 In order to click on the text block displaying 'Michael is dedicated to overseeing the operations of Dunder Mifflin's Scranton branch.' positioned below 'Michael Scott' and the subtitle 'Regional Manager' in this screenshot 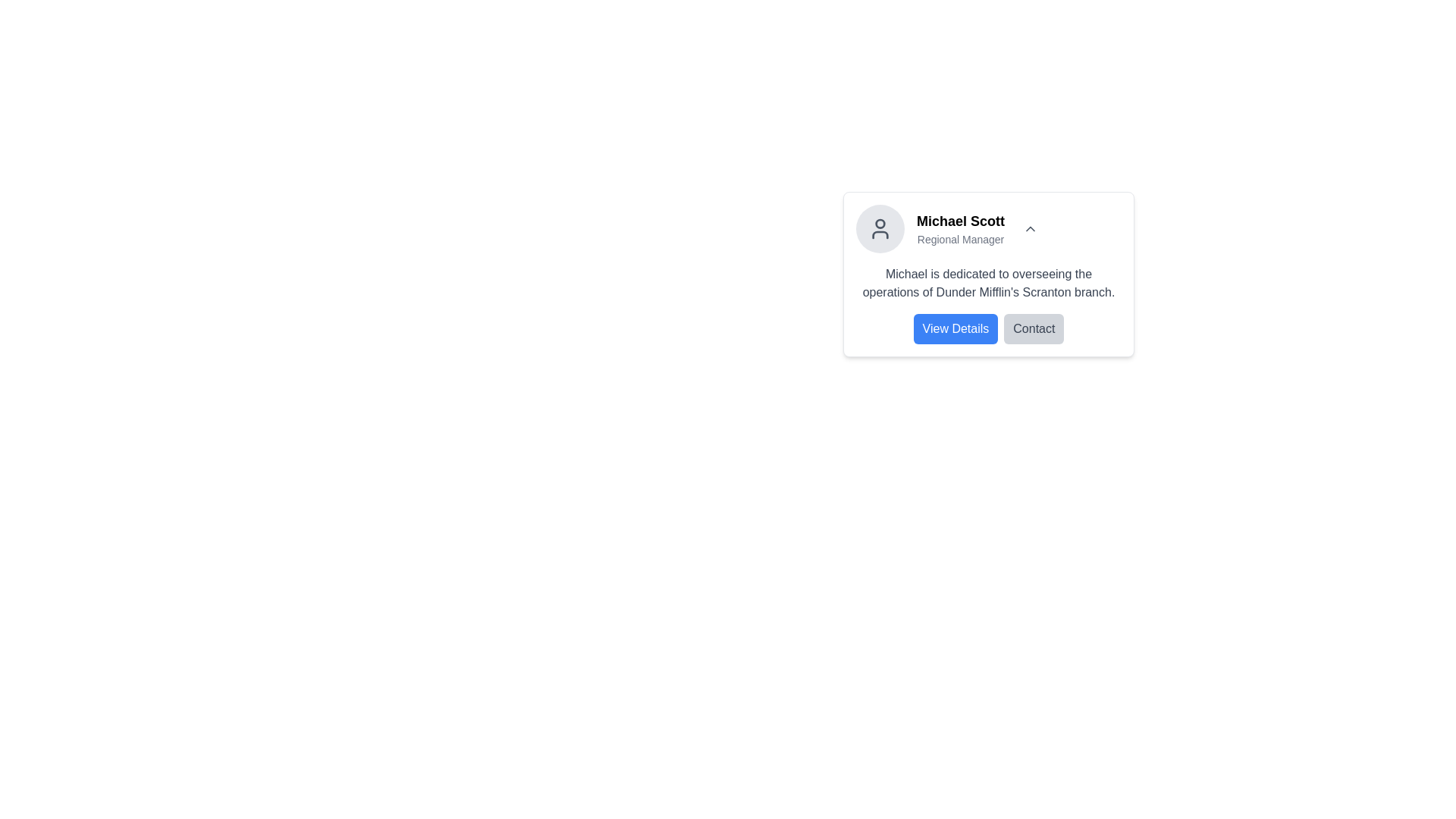, I will do `click(989, 284)`.